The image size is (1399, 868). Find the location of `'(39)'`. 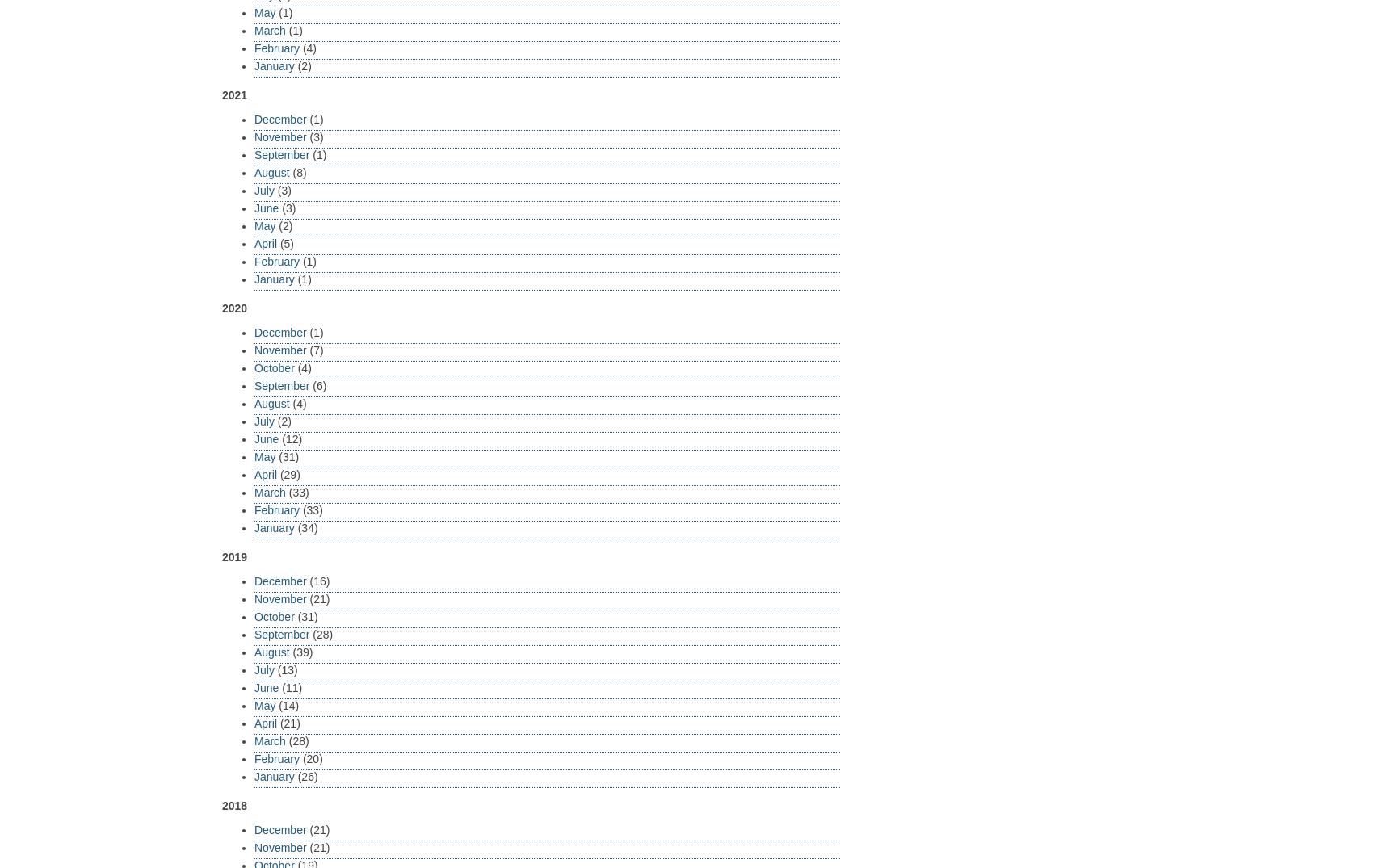

'(39)' is located at coordinates (288, 651).